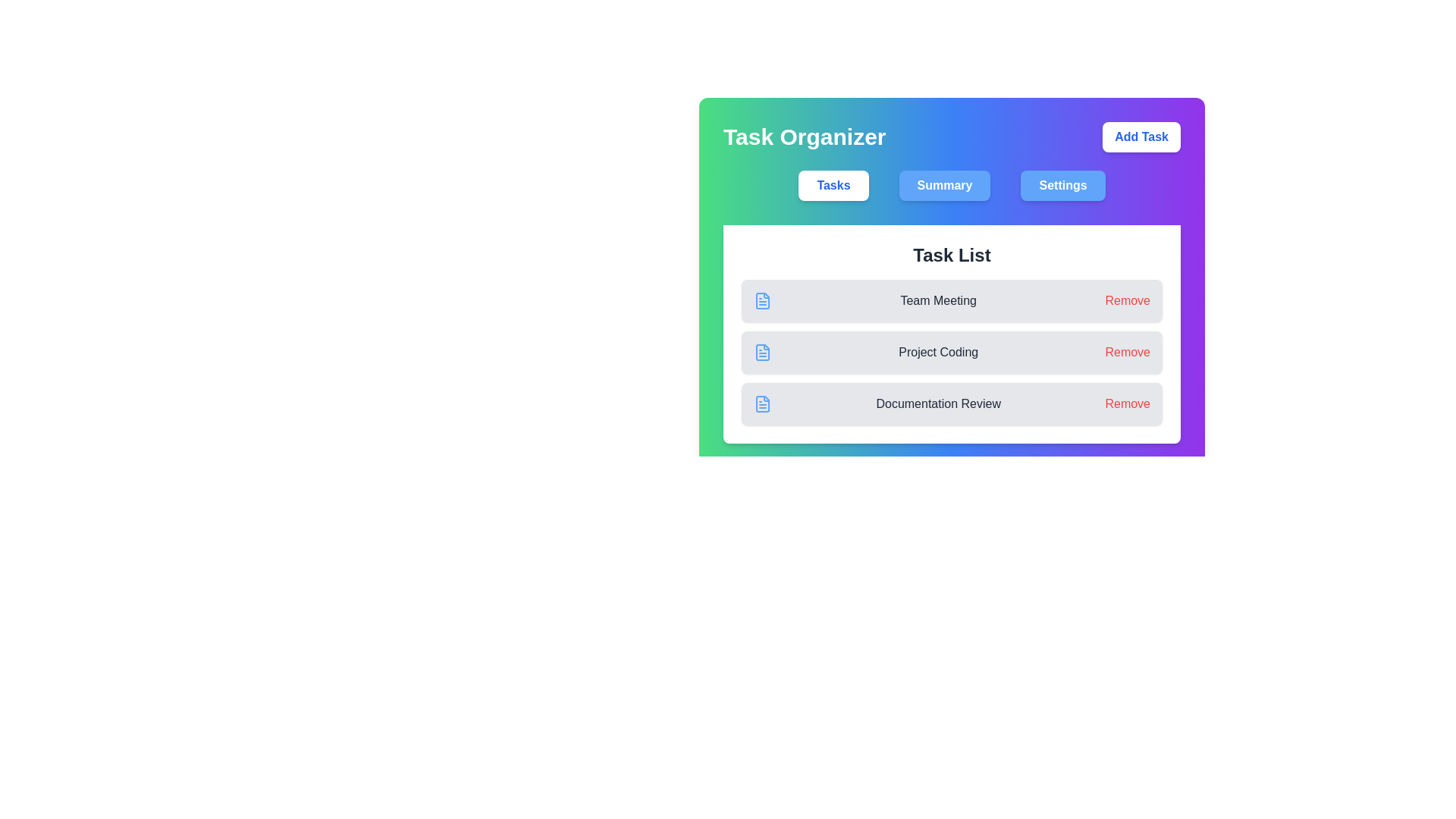  What do you see at coordinates (763, 403) in the screenshot?
I see `the document visual icon located in the Task List panel, which serves as an indicator for the 'Documentation Review' section` at bounding box center [763, 403].